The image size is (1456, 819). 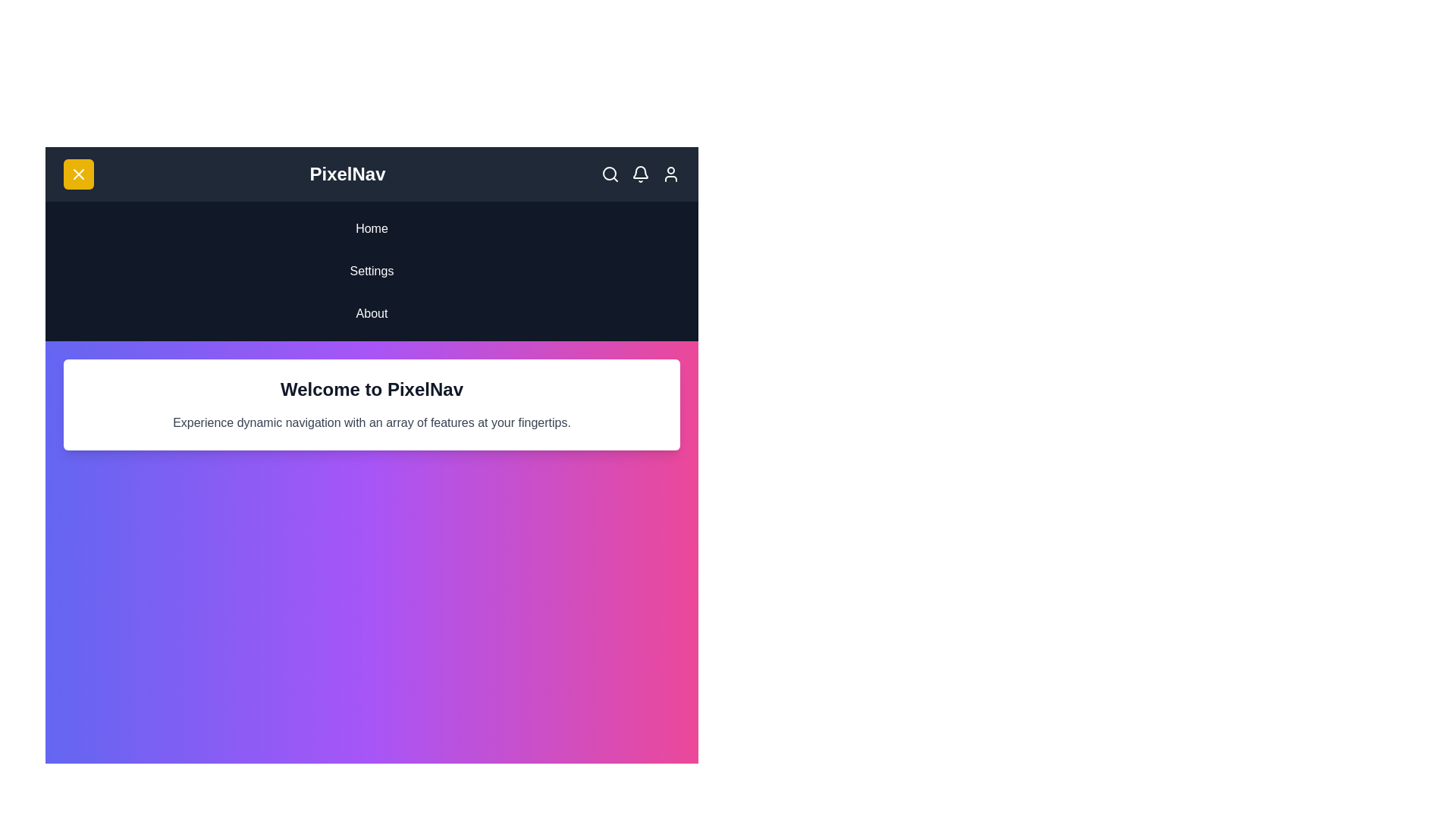 What do you see at coordinates (372, 228) in the screenshot?
I see `the 'Home' menu item` at bounding box center [372, 228].